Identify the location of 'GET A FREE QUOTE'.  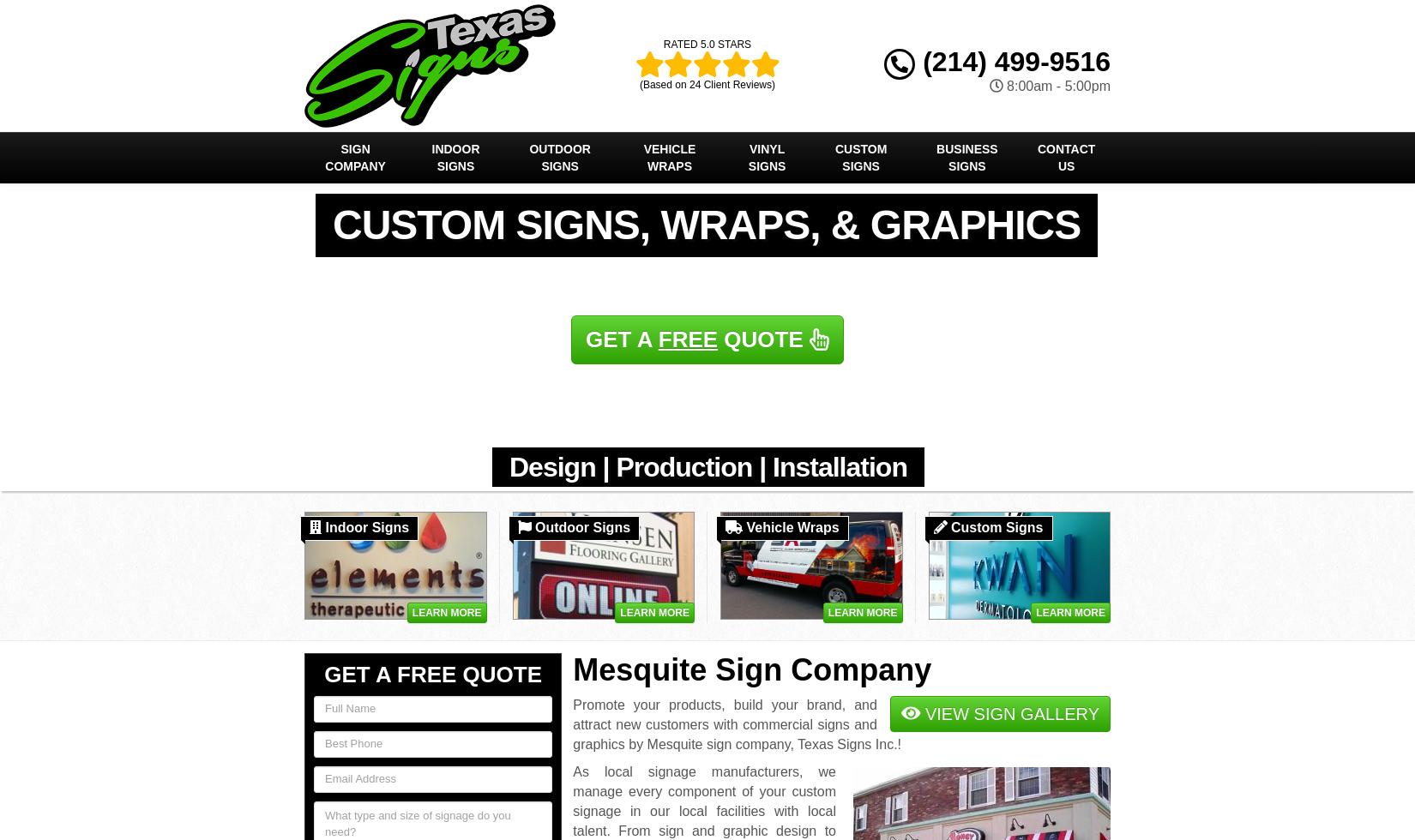
(324, 675).